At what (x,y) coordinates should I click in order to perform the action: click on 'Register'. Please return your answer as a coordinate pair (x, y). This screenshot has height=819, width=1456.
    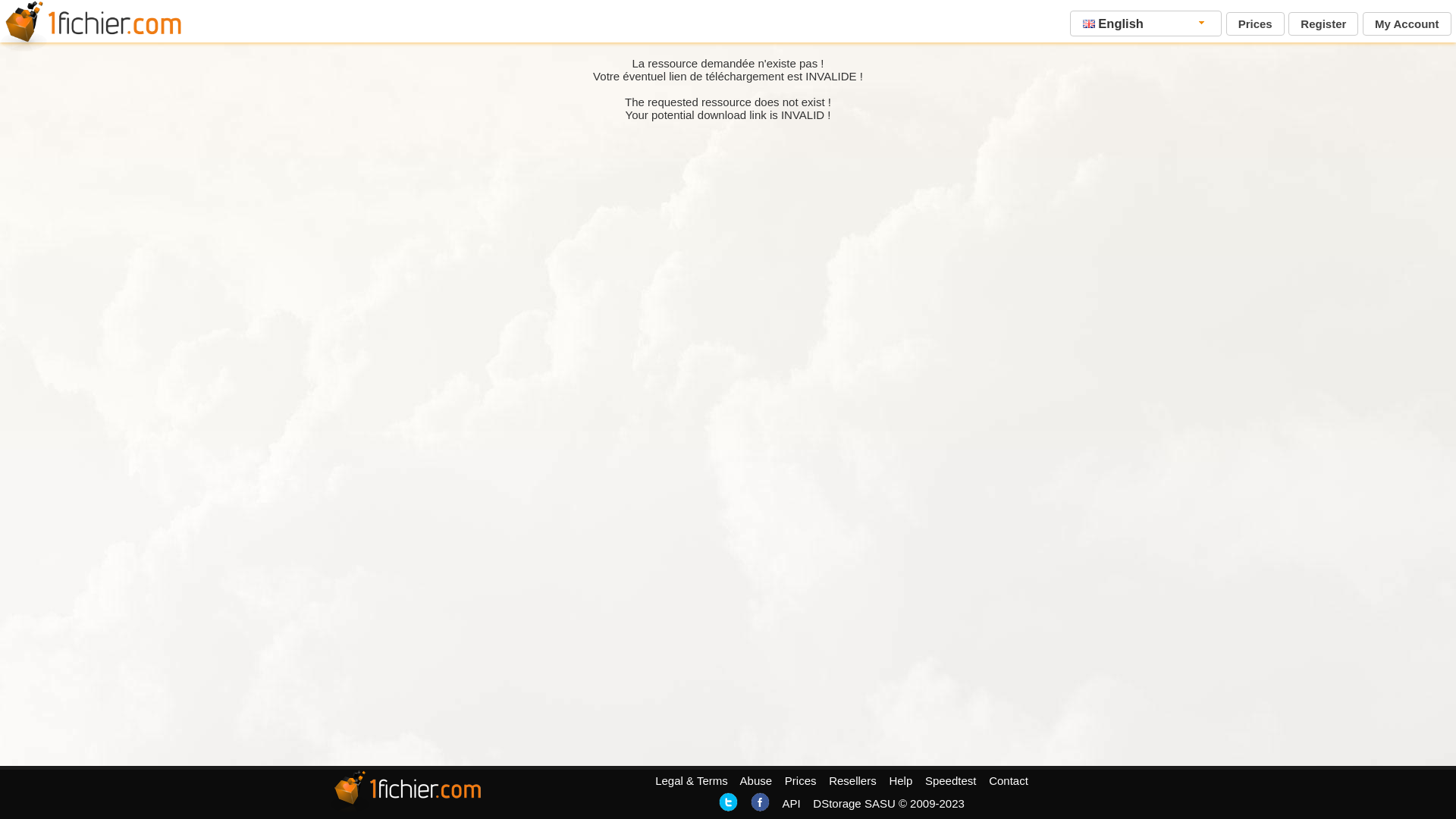
    Looking at the image, I should click on (1288, 24).